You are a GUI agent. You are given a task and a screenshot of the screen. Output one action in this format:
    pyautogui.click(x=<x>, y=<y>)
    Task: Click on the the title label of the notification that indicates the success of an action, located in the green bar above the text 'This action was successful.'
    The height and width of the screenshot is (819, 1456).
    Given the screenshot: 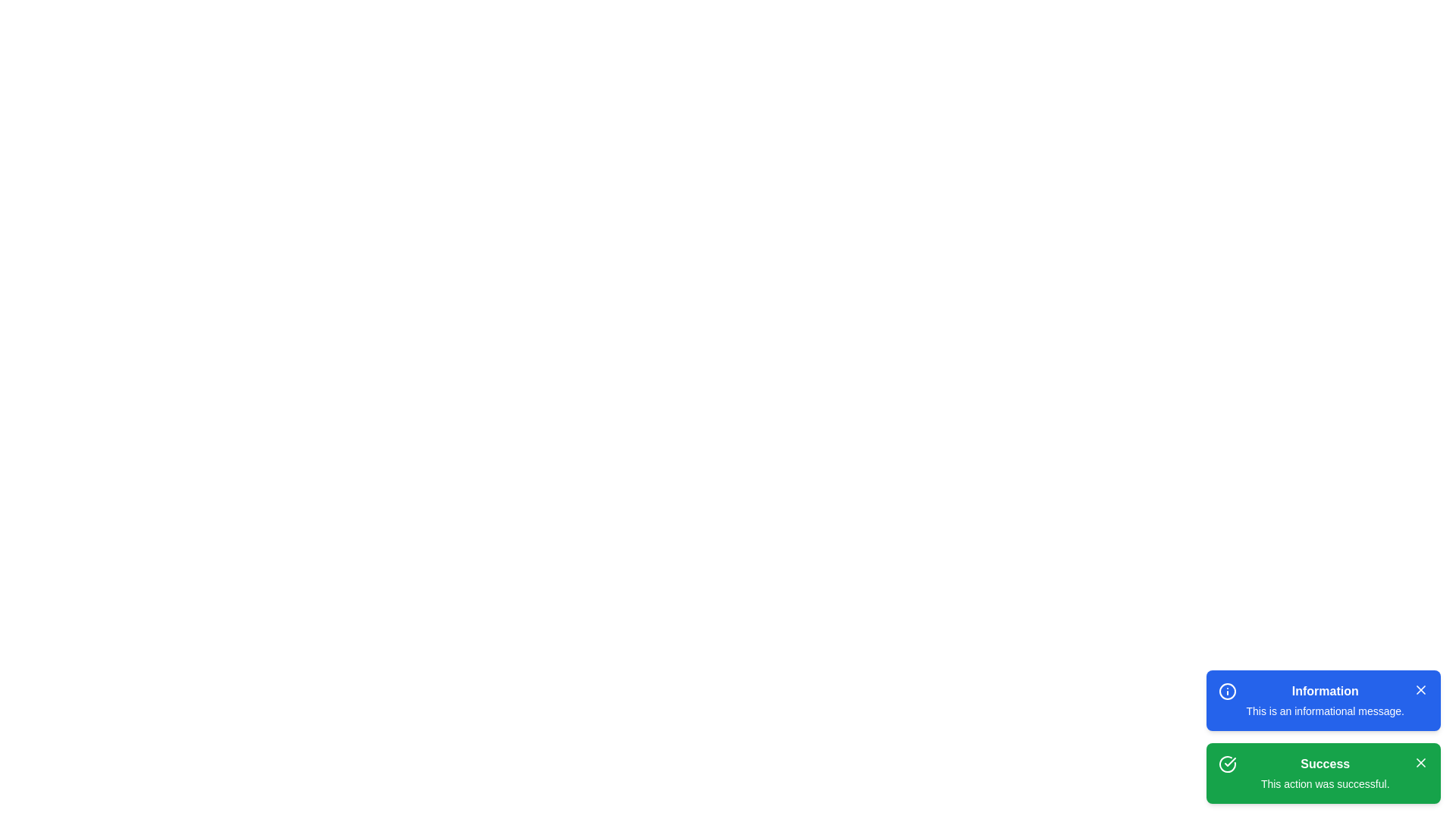 What is the action you would take?
    pyautogui.click(x=1324, y=764)
    